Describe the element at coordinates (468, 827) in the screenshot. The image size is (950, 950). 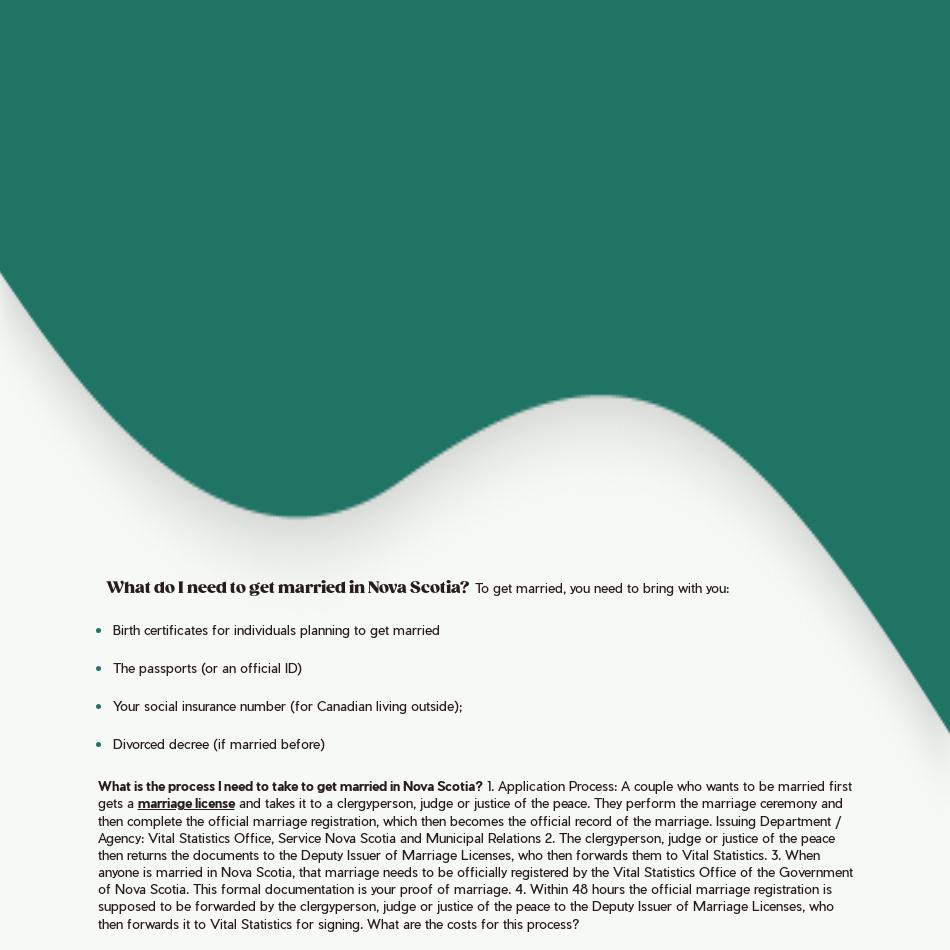
I see `'Issuing Department / Agency: Vital Statistics Office, Service Nova Scotia and Municipal Relations'` at that location.